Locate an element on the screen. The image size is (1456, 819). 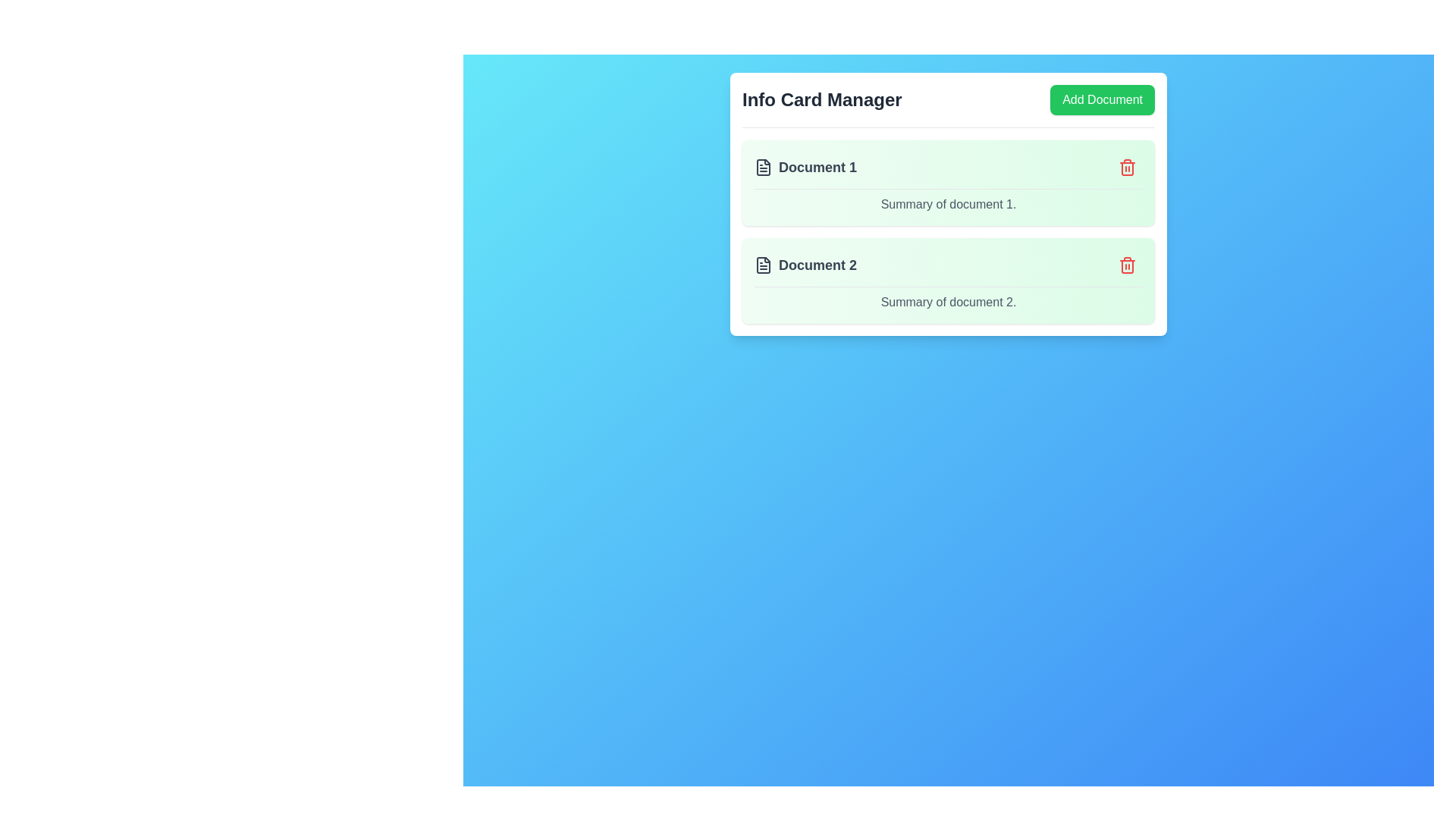
text content of the static label located within the card titled 'Document 1', which provides a summary of the associated document is located at coordinates (948, 205).